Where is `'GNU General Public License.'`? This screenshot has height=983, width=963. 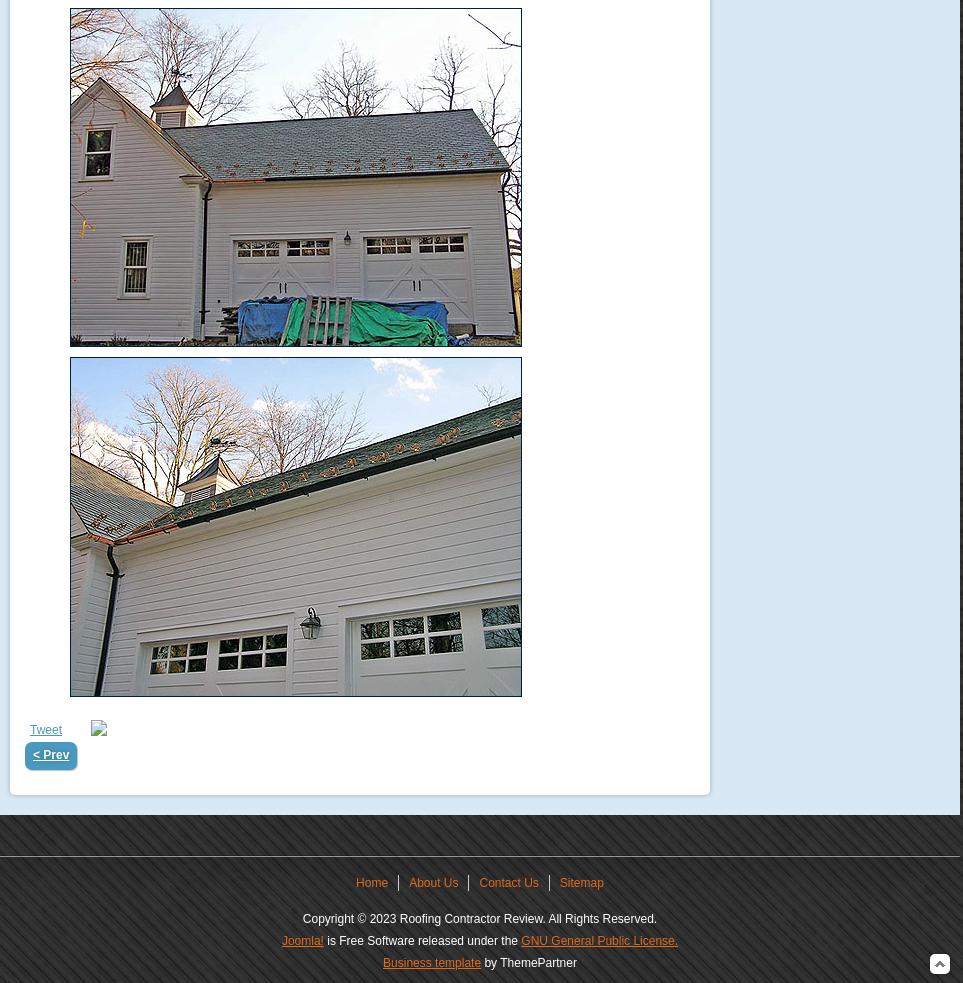 'GNU General Public License.' is located at coordinates (599, 941).